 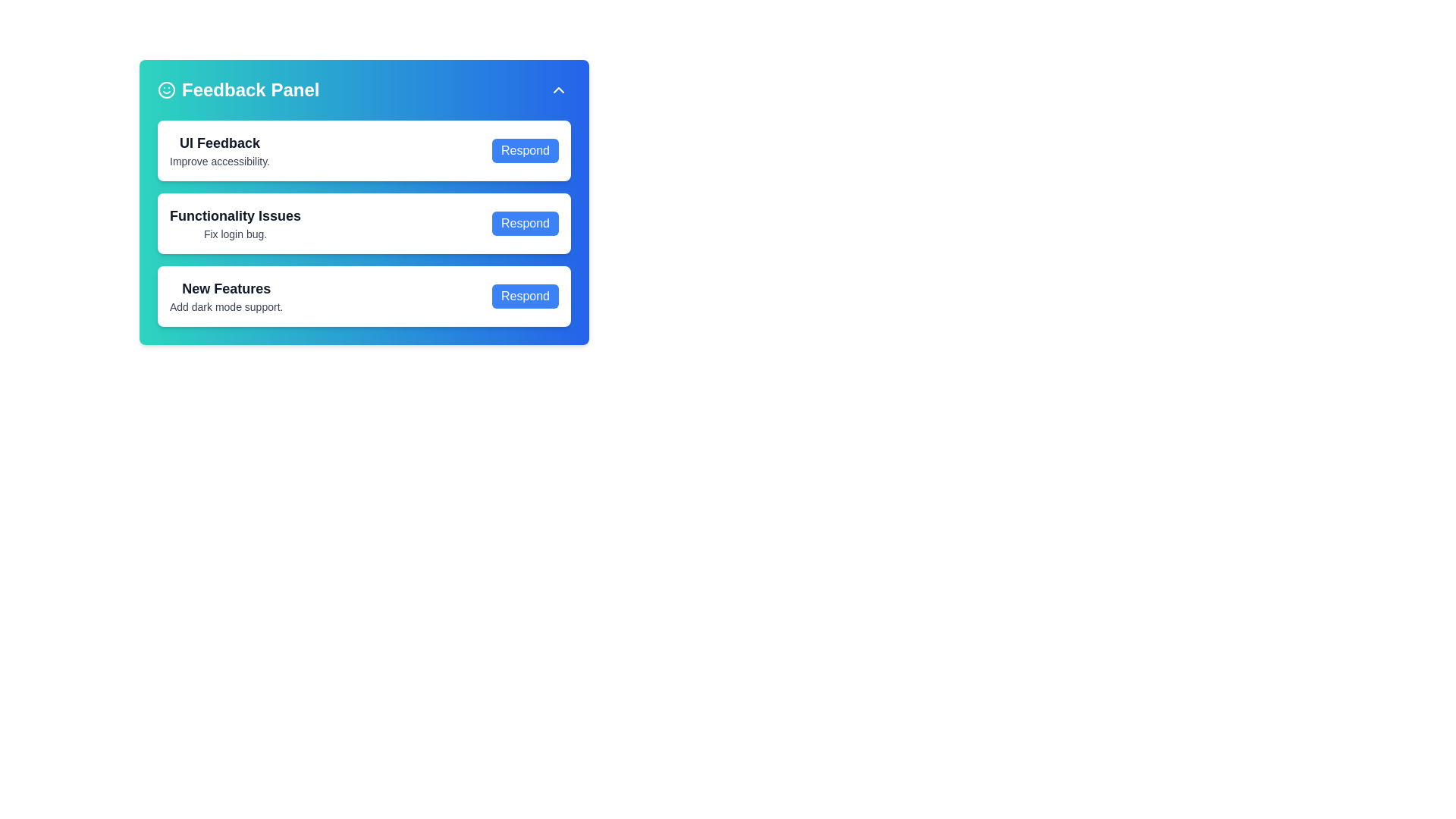 I want to click on the smiley face icon with a teal background located in the 'Feedback Panel' header, aligned to the left of the text 'Feedback Panel', so click(x=167, y=90).